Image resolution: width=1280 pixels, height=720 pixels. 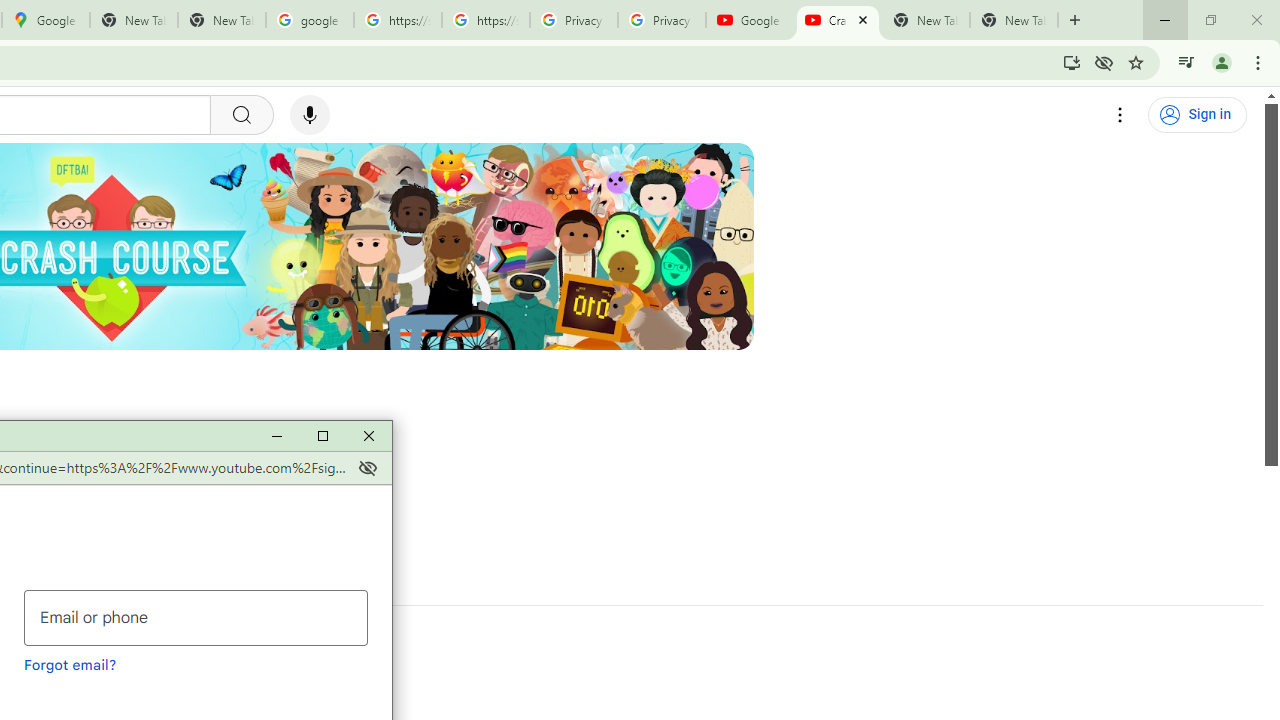 What do you see at coordinates (196, 617) in the screenshot?
I see `'Email or phone'` at bounding box center [196, 617].